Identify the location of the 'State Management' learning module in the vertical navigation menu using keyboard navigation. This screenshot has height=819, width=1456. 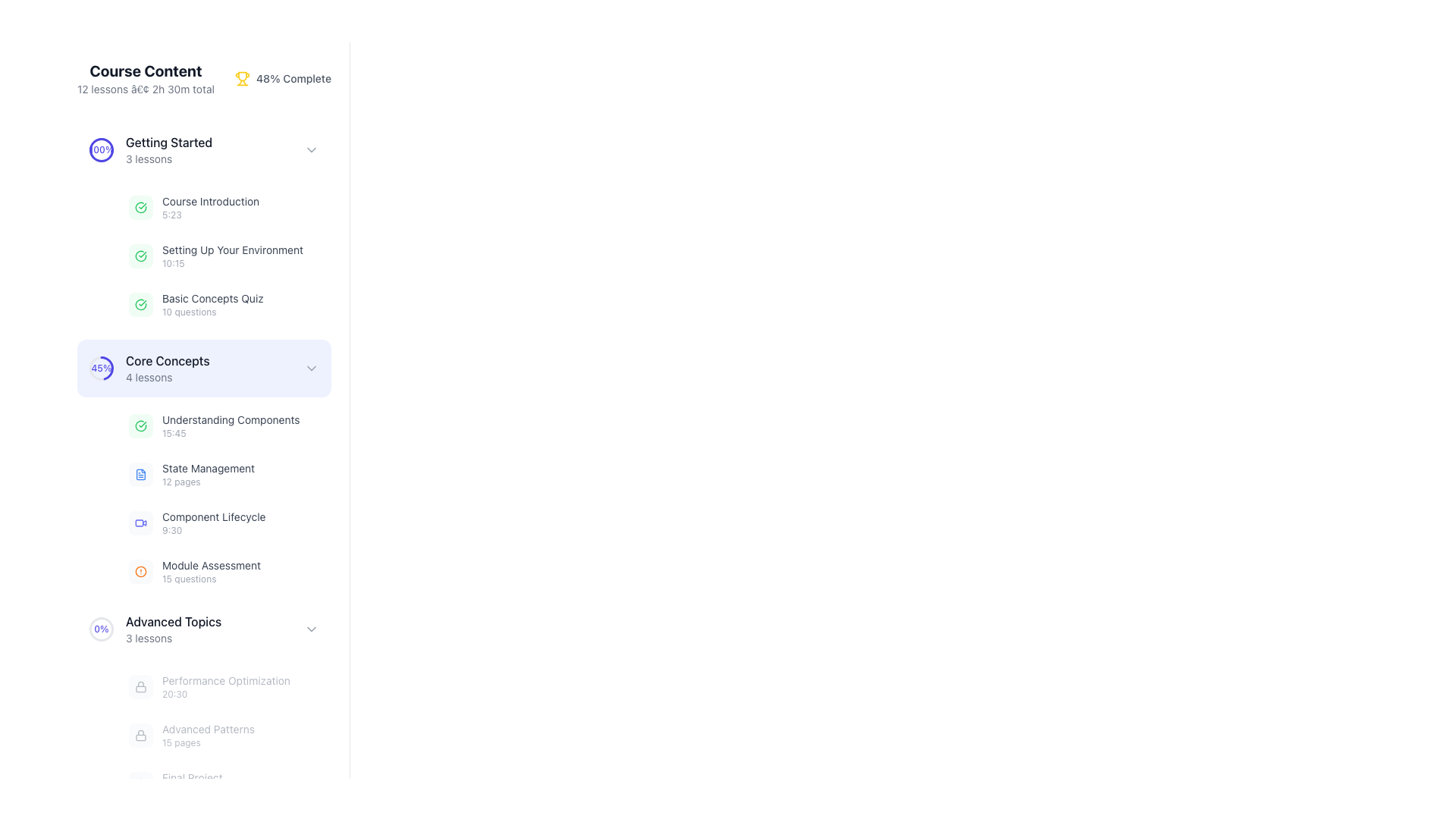
(203, 499).